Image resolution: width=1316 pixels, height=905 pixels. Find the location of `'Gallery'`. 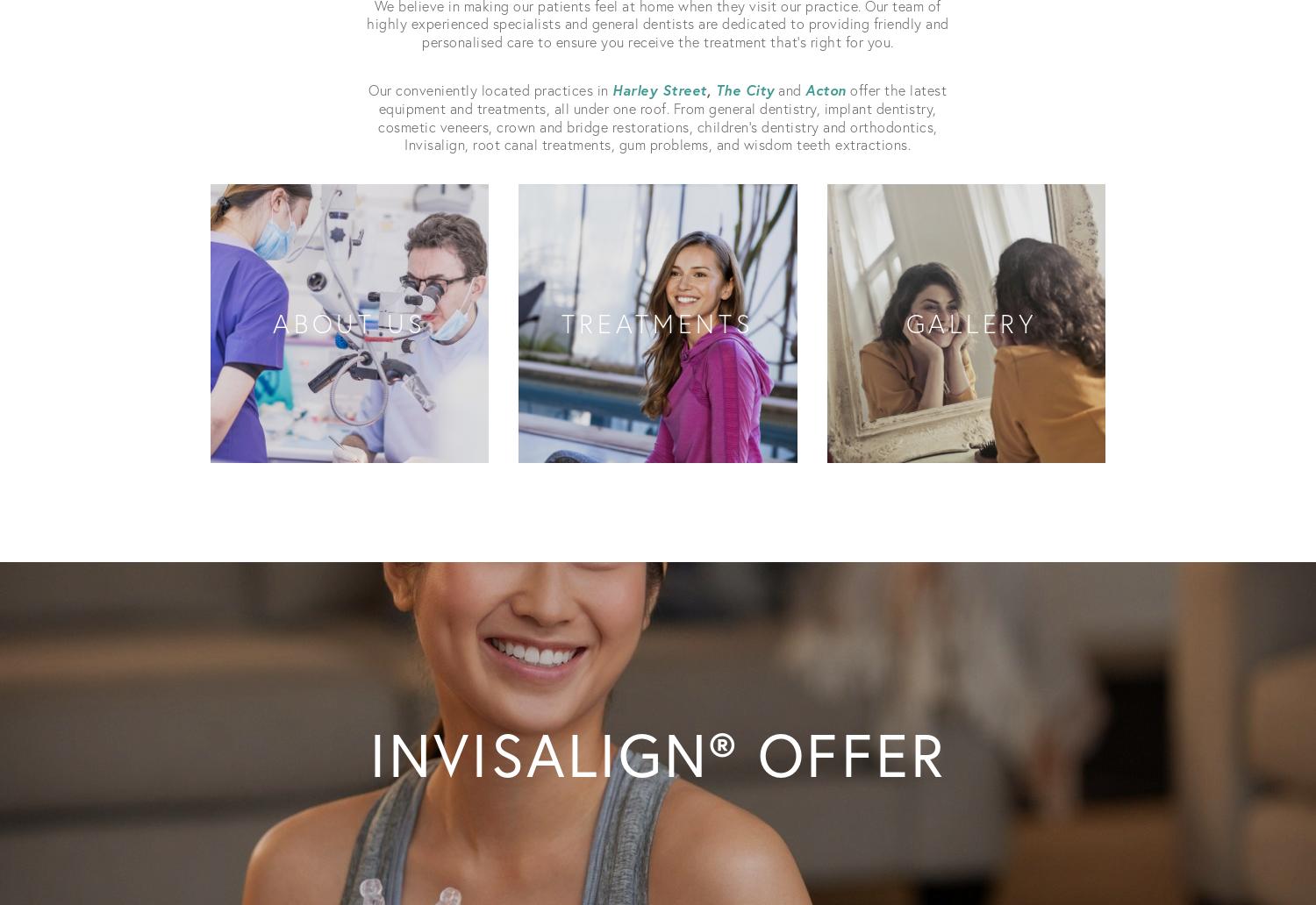

'Gallery' is located at coordinates (964, 323).